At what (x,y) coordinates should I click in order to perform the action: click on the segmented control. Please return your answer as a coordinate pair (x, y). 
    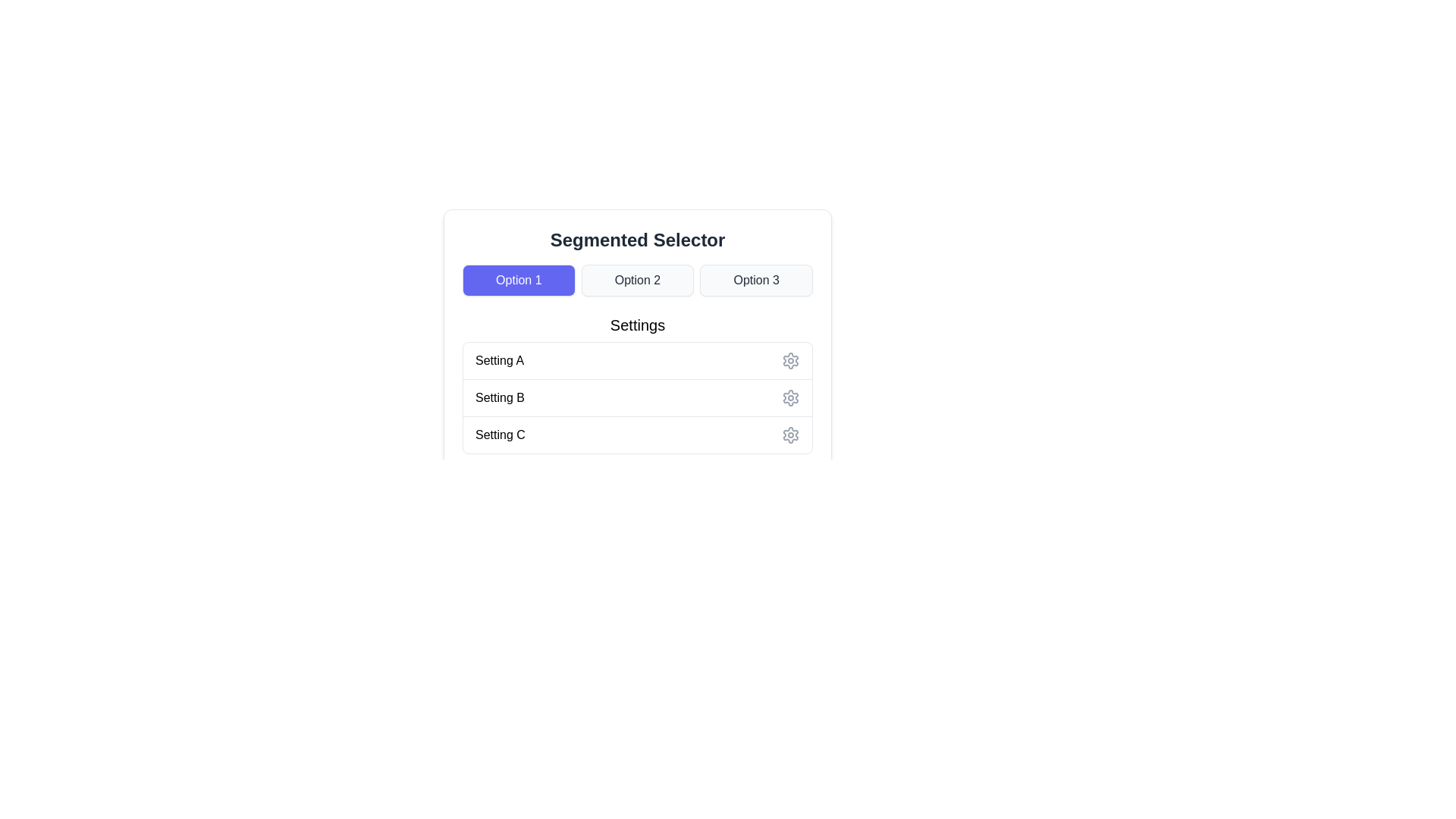
    Looking at the image, I should click on (637, 262).